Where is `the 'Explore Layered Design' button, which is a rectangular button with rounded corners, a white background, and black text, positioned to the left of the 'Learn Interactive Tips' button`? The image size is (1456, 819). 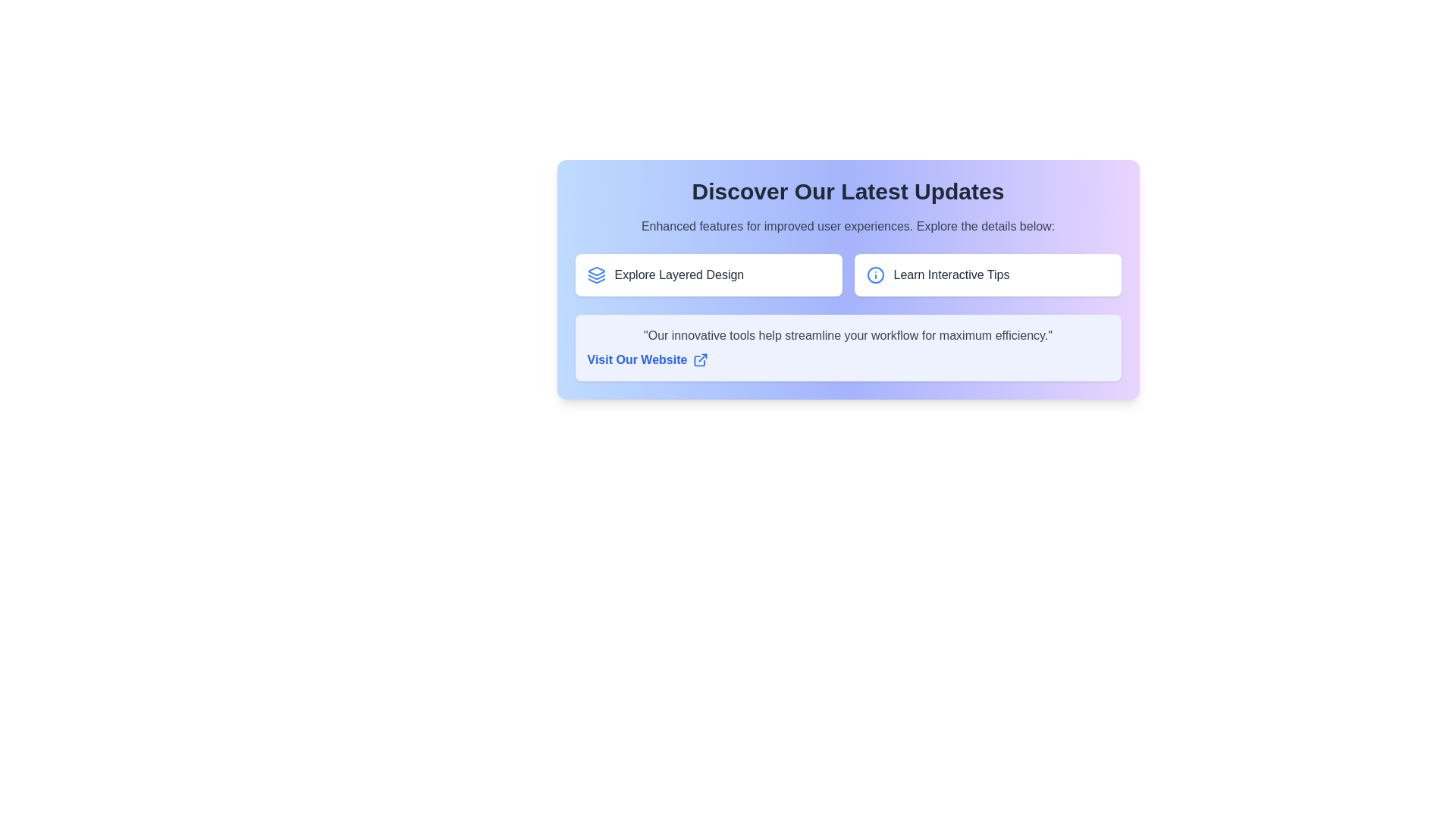
the 'Explore Layered Design' button, which is a rectangular button with rounded corners, a white background, and black text, positioned to the left of the 'Learn Interactive Tips' button is located at coordinates (708, 275).